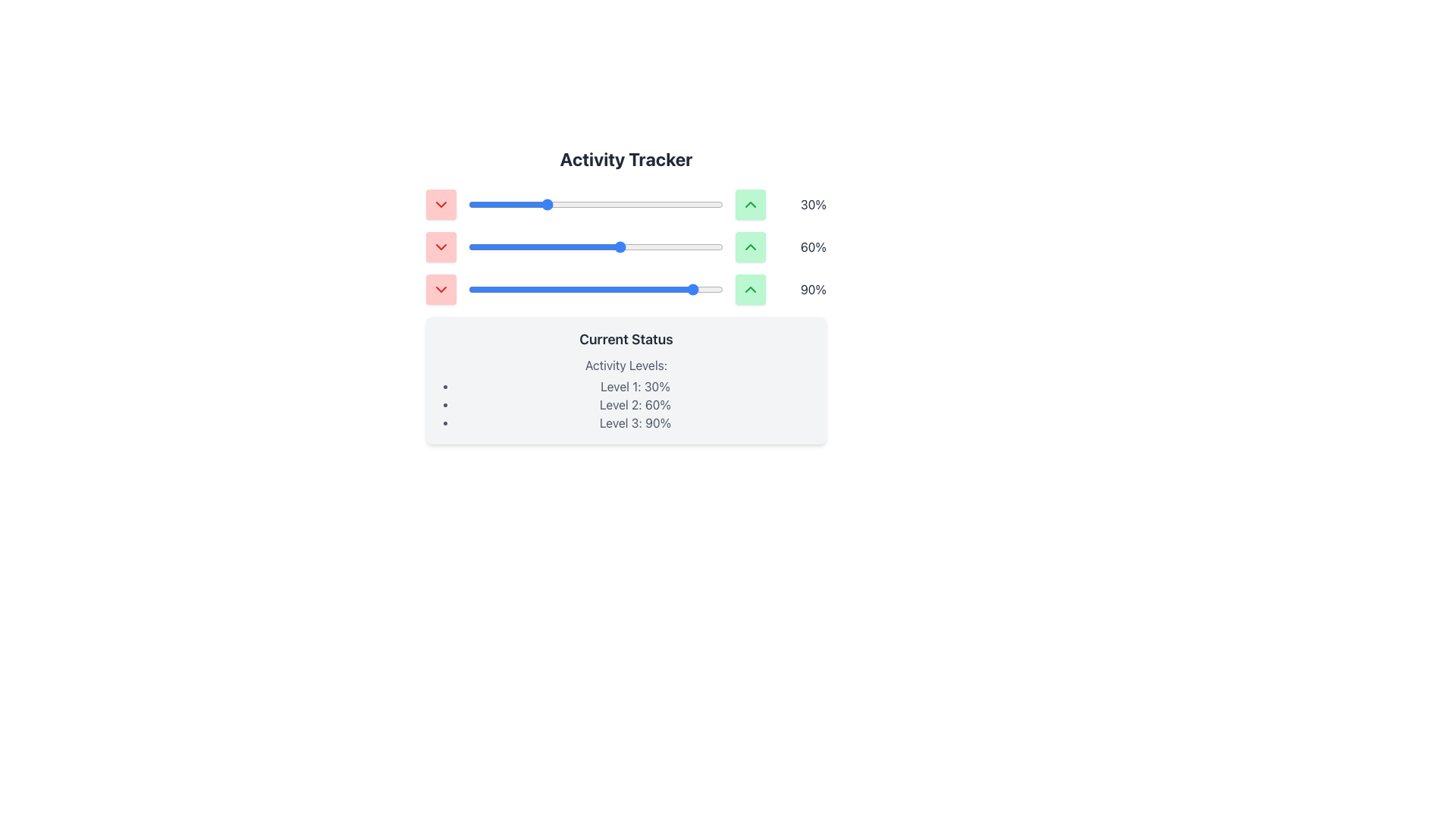  What do you see at coordinates (547, 205) in the screenshot?
I see `slider` at bounding box center [547, 205].